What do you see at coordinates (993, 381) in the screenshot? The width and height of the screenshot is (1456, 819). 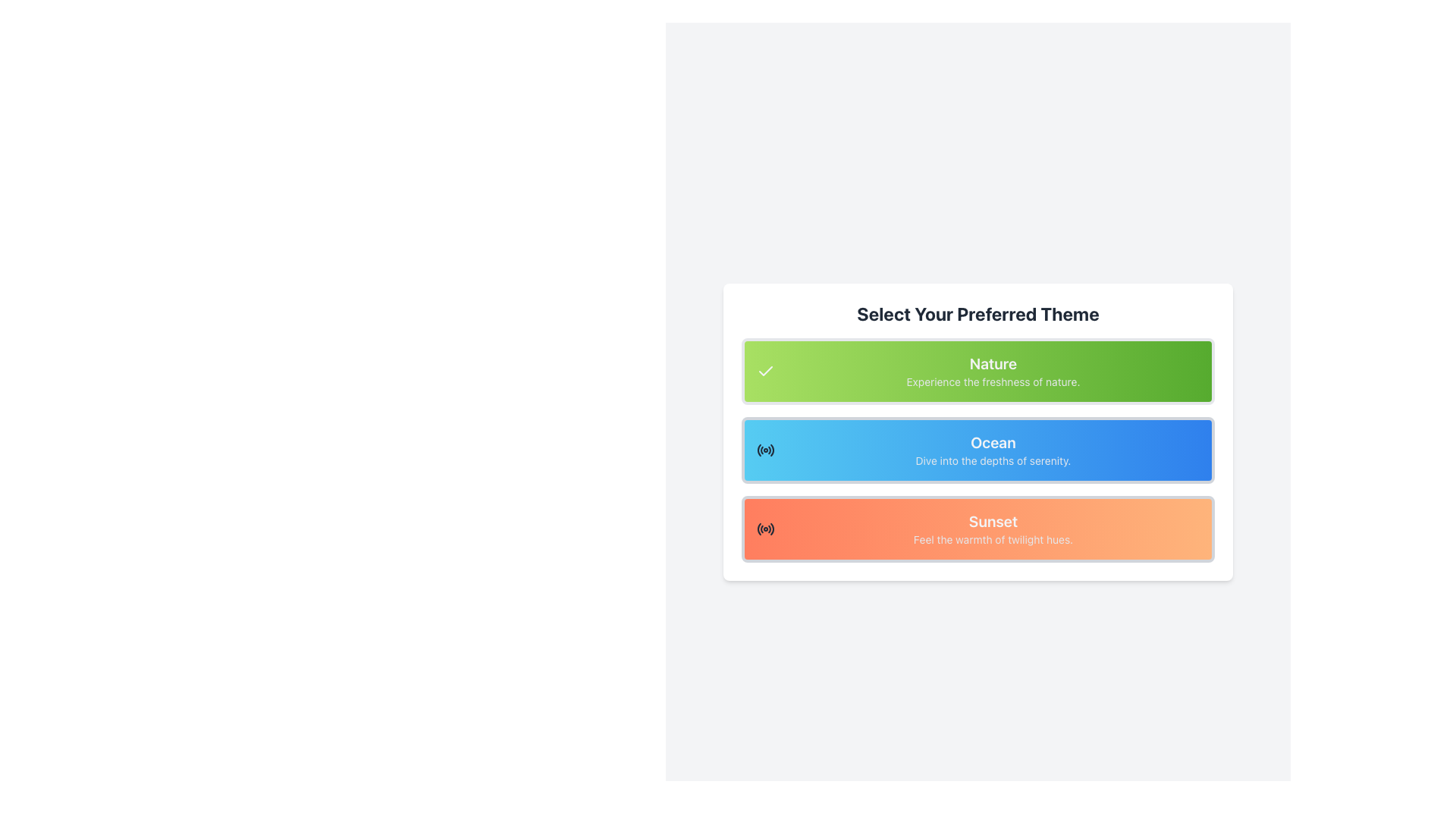 I see `the text label that reads 'Experience the freshness of nature.' which is styled in light gray and positioned below the 'Nature' label` at bounding box center [993, 381].